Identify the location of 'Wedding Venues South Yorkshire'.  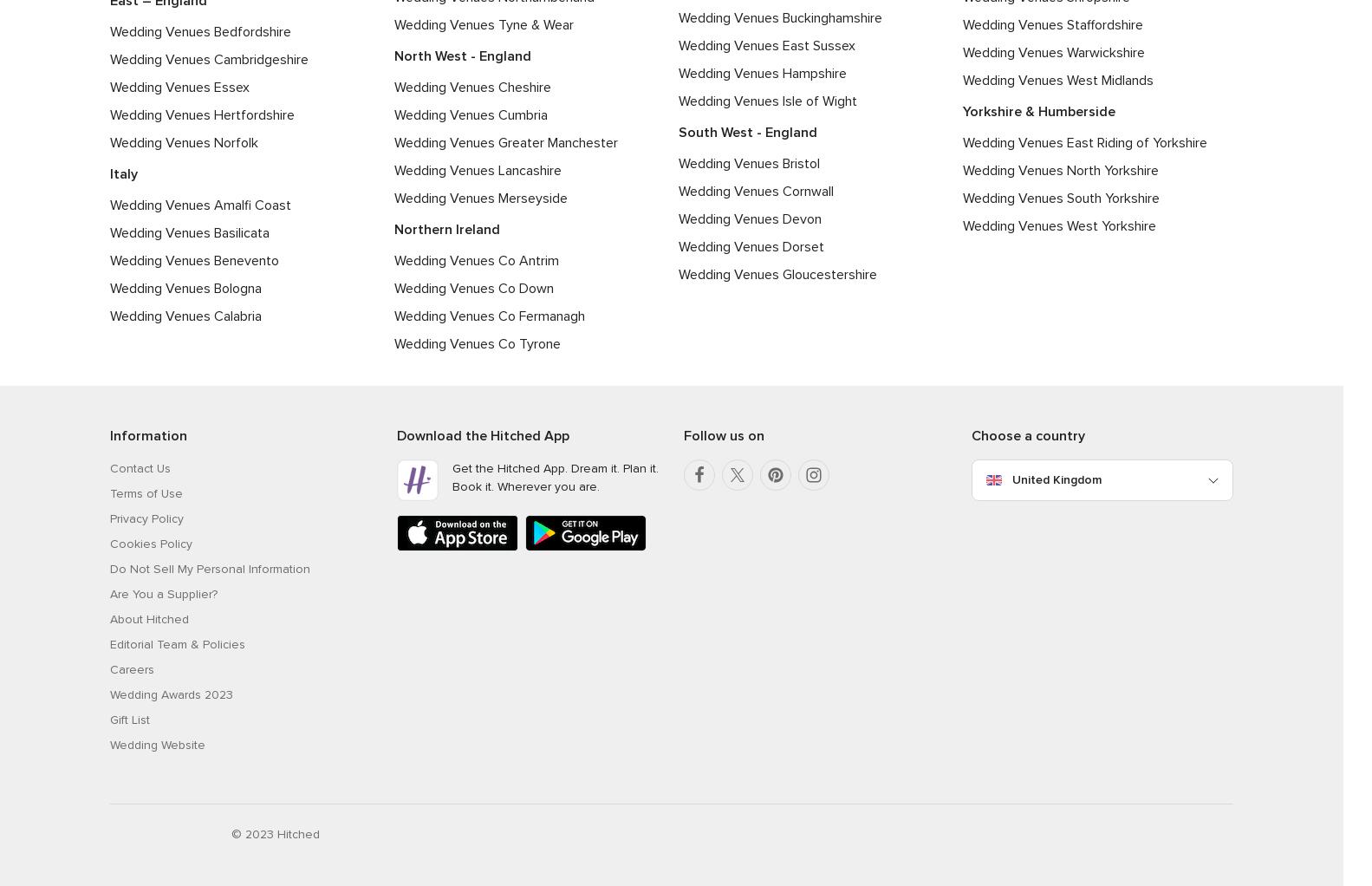
(1061, 197).